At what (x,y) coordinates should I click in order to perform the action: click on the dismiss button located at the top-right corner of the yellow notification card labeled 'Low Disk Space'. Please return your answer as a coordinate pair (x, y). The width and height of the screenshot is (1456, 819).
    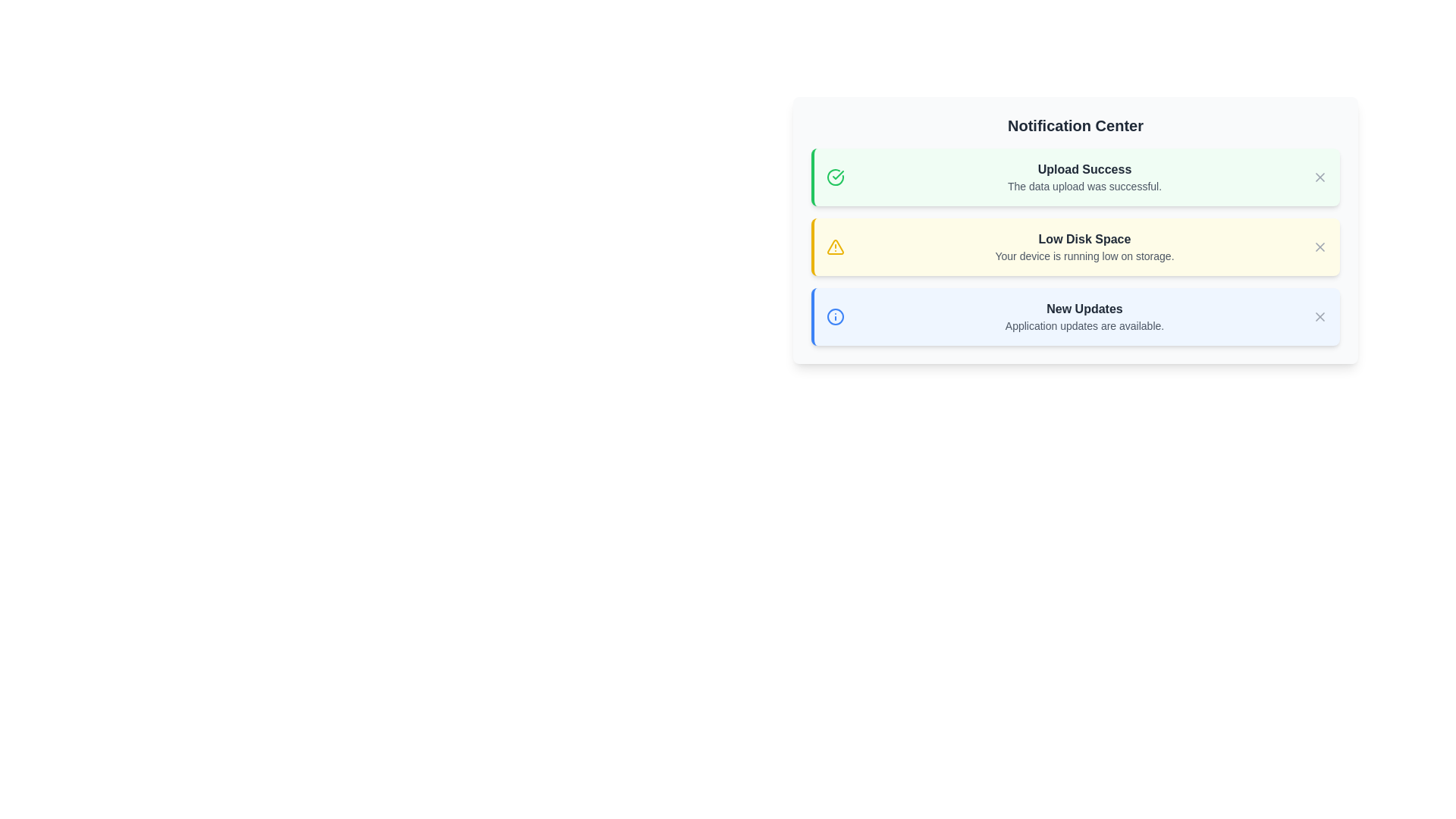
    Looking at the image, I should click on (1319, 246).